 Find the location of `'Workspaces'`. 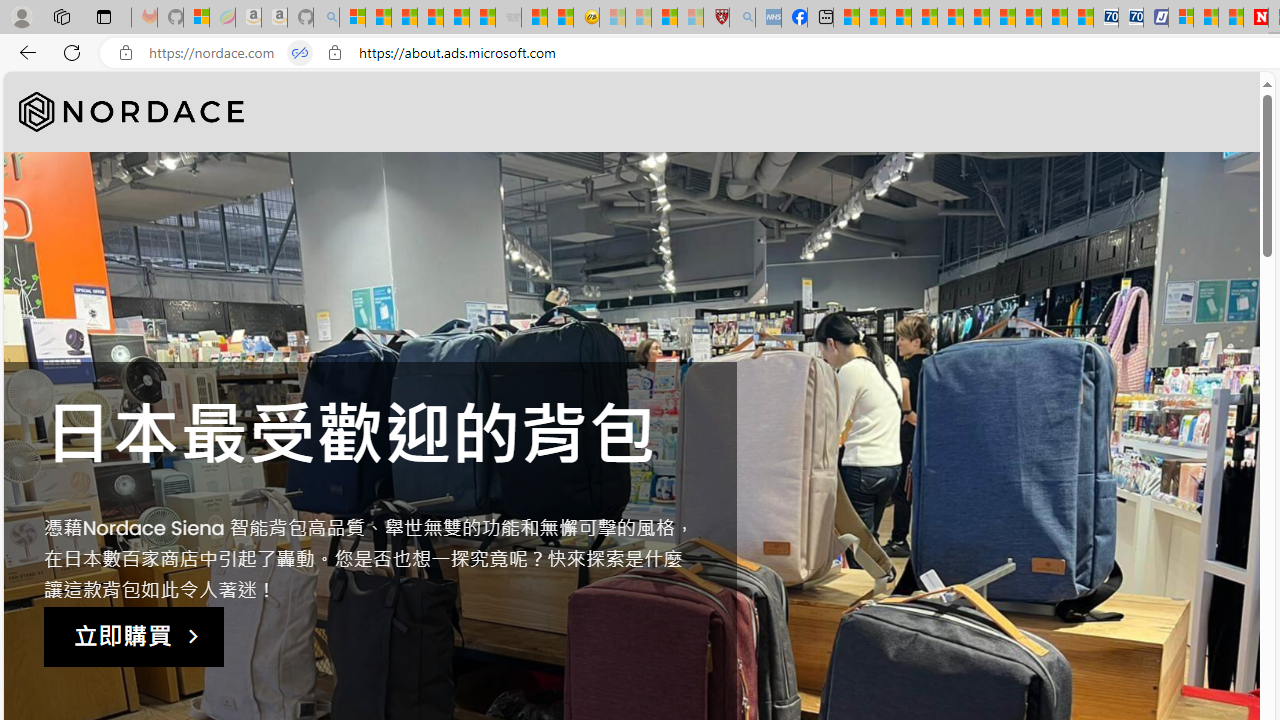

'Workspaces' is located at coordinates (61, 16).